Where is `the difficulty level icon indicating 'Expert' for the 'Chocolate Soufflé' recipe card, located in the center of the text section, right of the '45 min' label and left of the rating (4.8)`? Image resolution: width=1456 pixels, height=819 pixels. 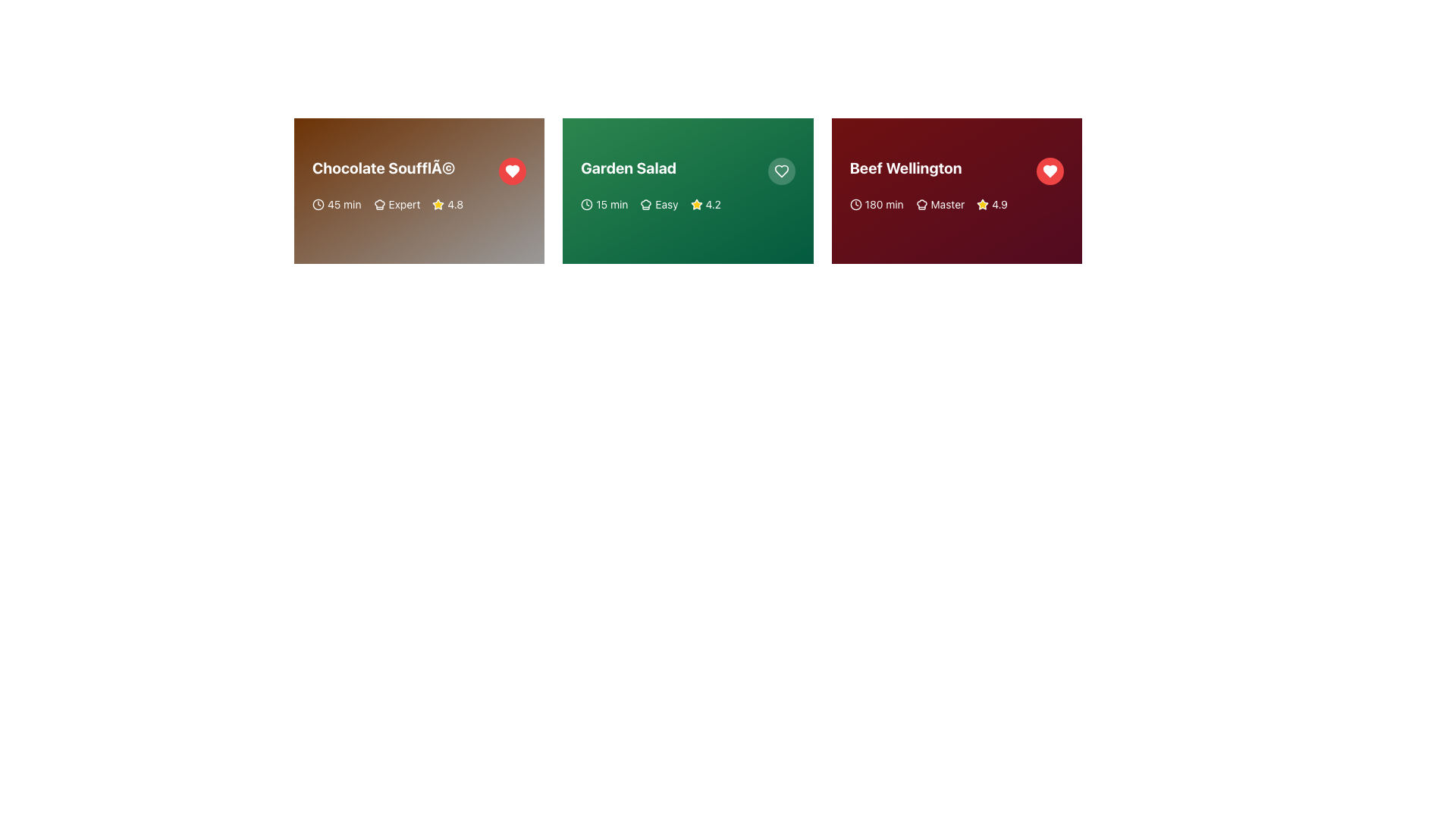 the difficulty level icon indicating 'Expert' for the 'Chocolate Soufflé' recipe card, located in the center of the text section, right of the '45 min' label and left of the rating (4.8) is located at coordinates (397, 205).